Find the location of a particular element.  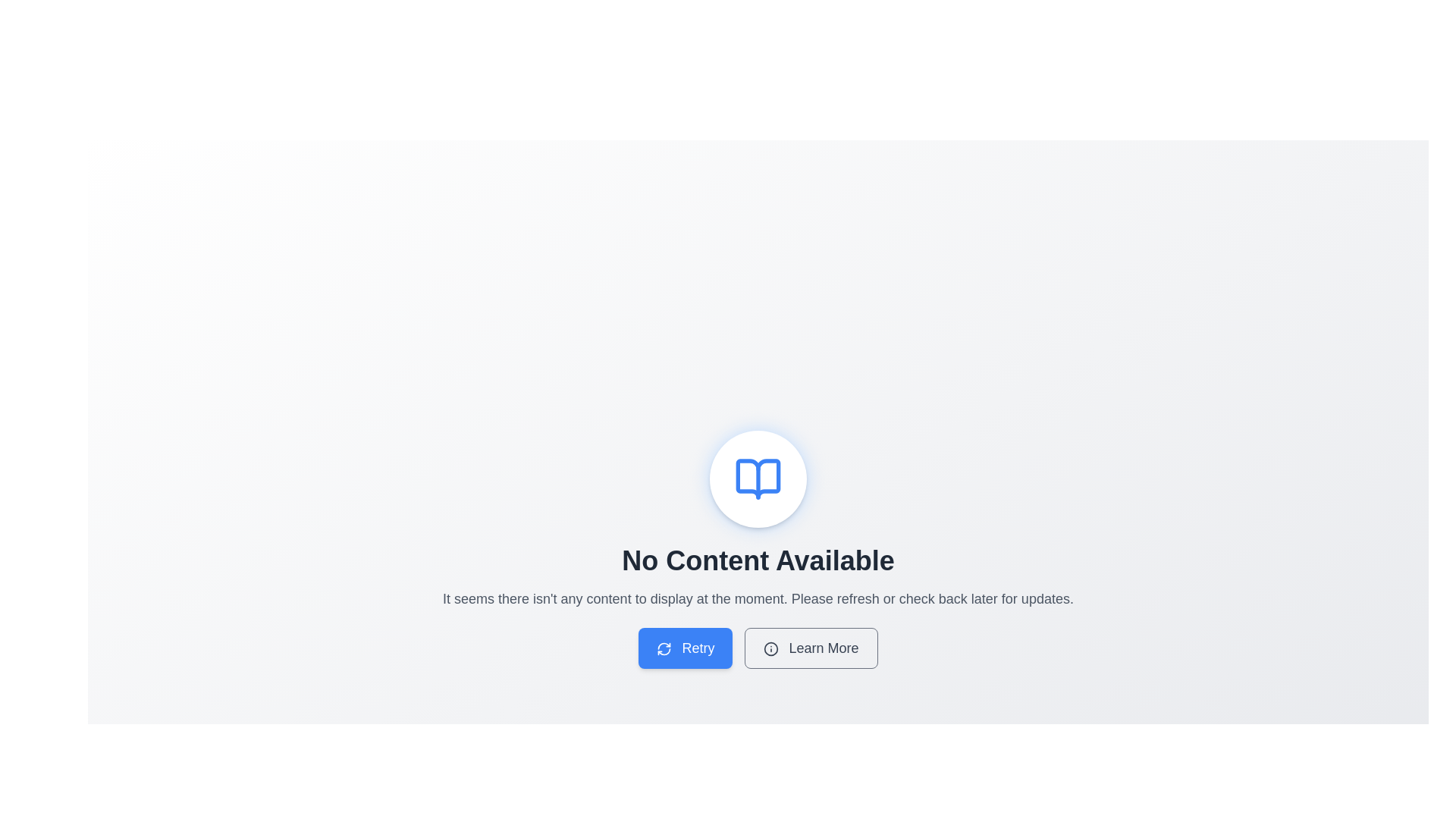

the Informational label that displays a message indicating the lack of content, located beneath the 'No Content Available' headline and above the 'Retry' and 'Learn More' buttons is located at coordinates (758, 598).